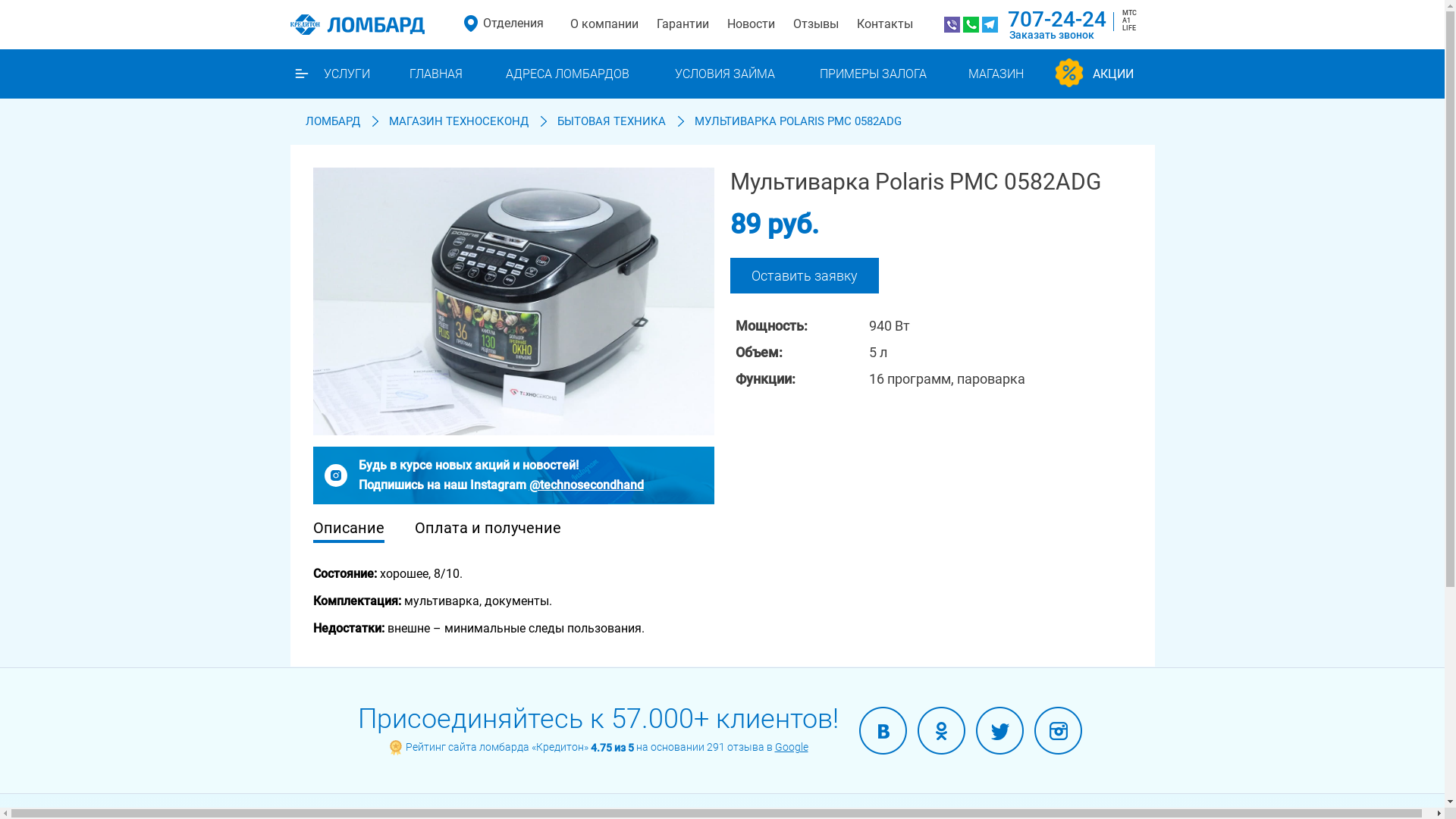 The height and width of the screenshot is (819, 1456). What do you see at coordinates (529, 485) in the screenshot?
I see `'@technosecondhand'` at bounding box center [529, 485].